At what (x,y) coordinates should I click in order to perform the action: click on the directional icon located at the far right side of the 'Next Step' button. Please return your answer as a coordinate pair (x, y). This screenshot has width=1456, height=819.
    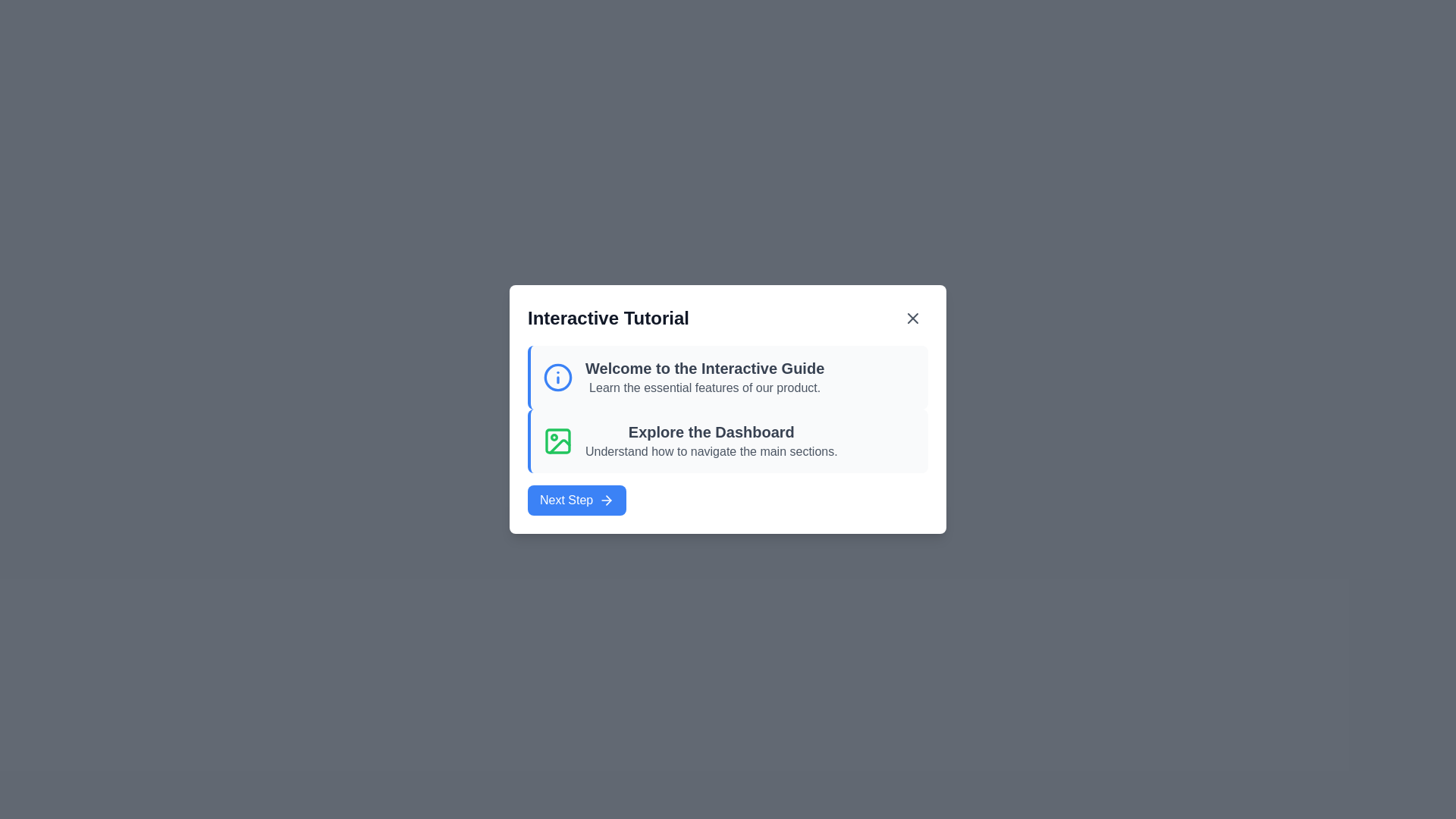
    Looking at the image, I should click on (607, 500).